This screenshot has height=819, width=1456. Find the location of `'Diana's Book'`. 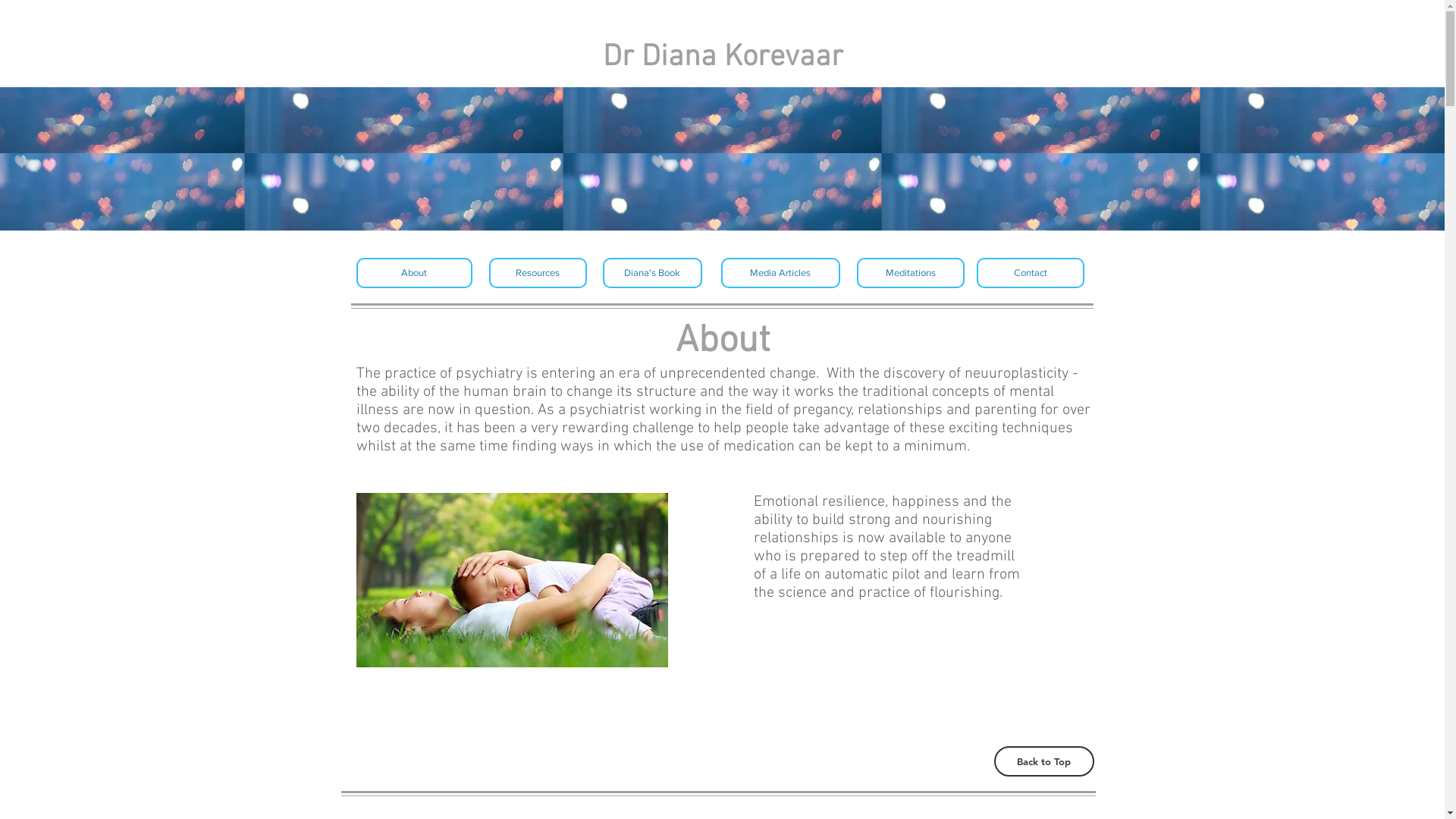

'Diana's Book' is located at coordinates (651, 271).